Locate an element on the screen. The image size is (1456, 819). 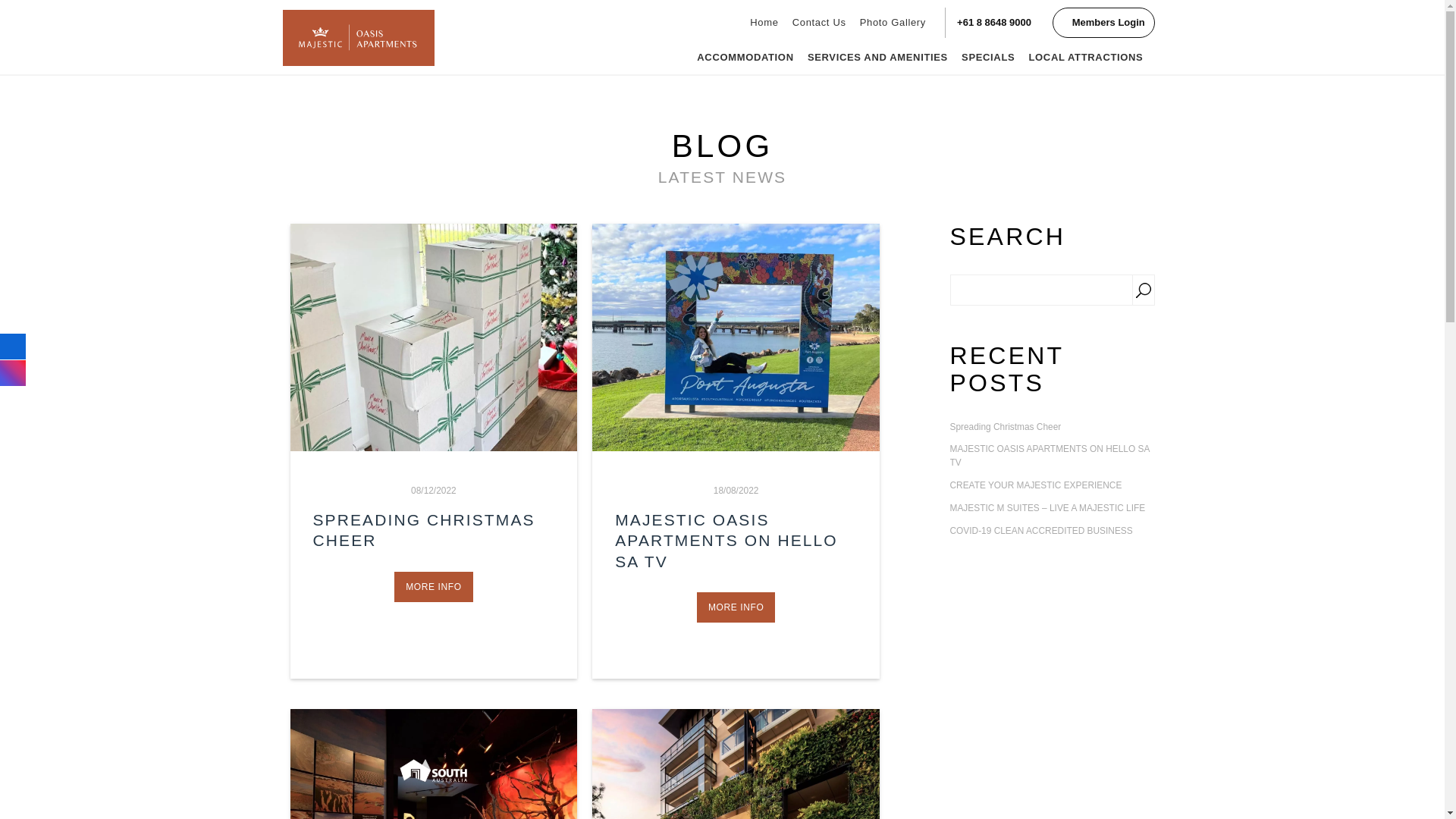
'Spreading Christmas Cheer' is located at coordinates (1051, 427).